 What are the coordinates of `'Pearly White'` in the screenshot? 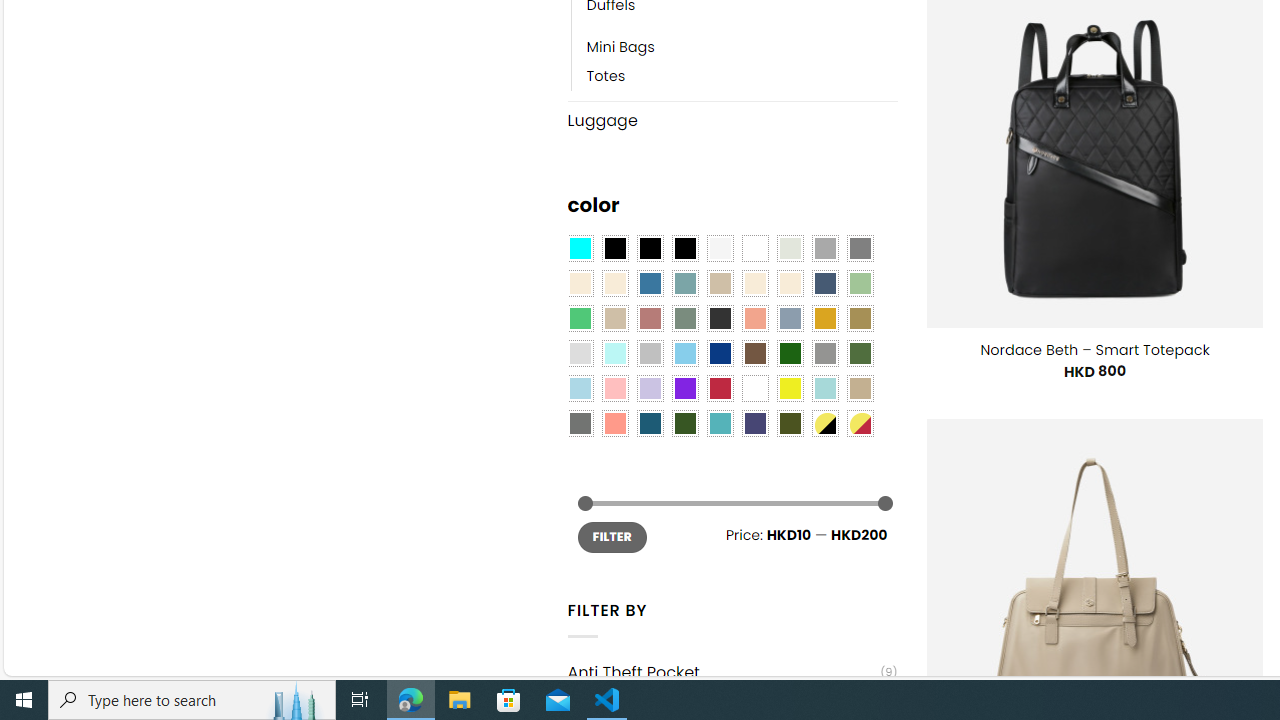 It's located at (720, 248).